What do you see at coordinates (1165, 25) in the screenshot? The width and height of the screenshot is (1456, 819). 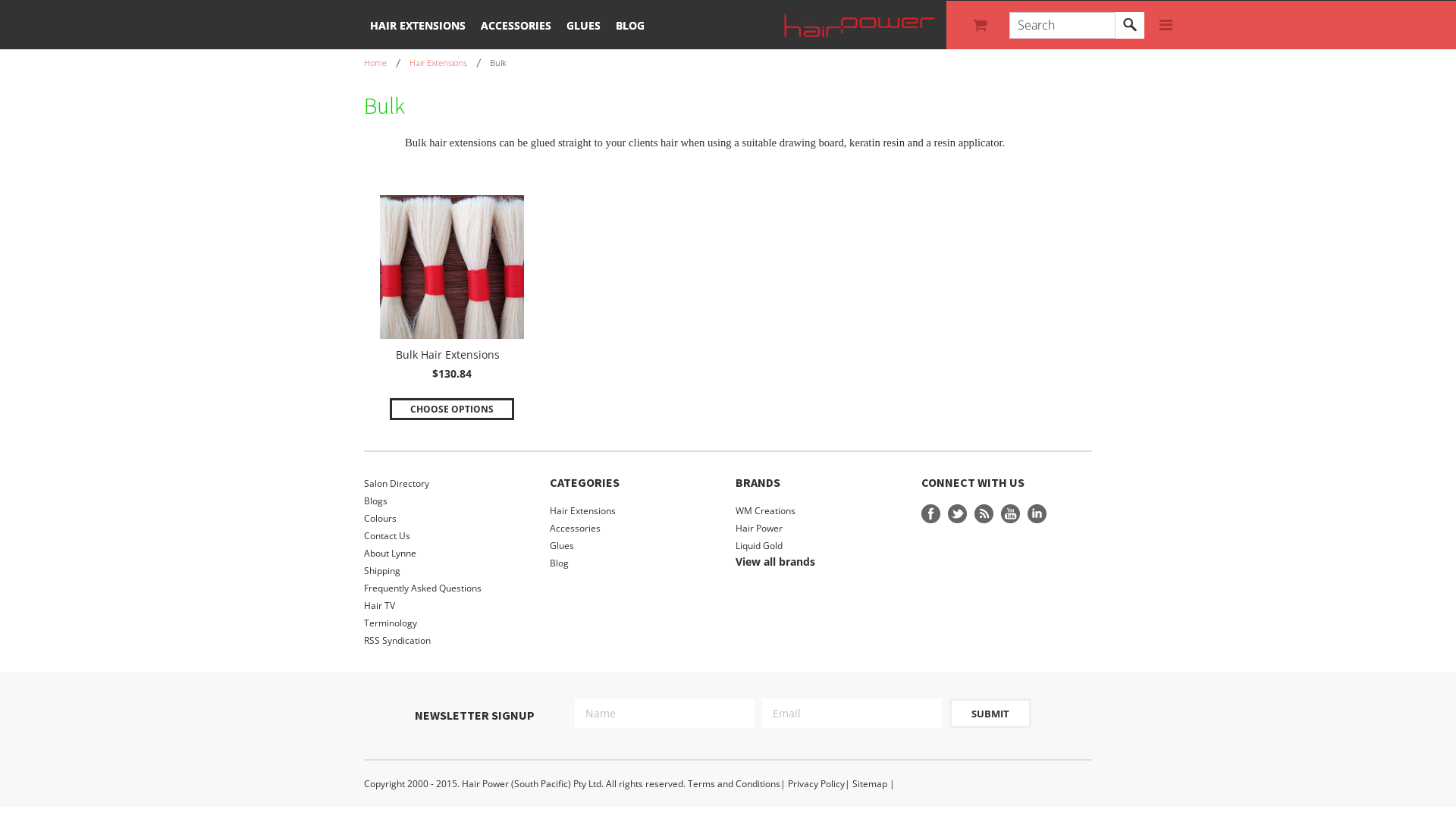 I see `'More'` at bounding box center [1165, 25].